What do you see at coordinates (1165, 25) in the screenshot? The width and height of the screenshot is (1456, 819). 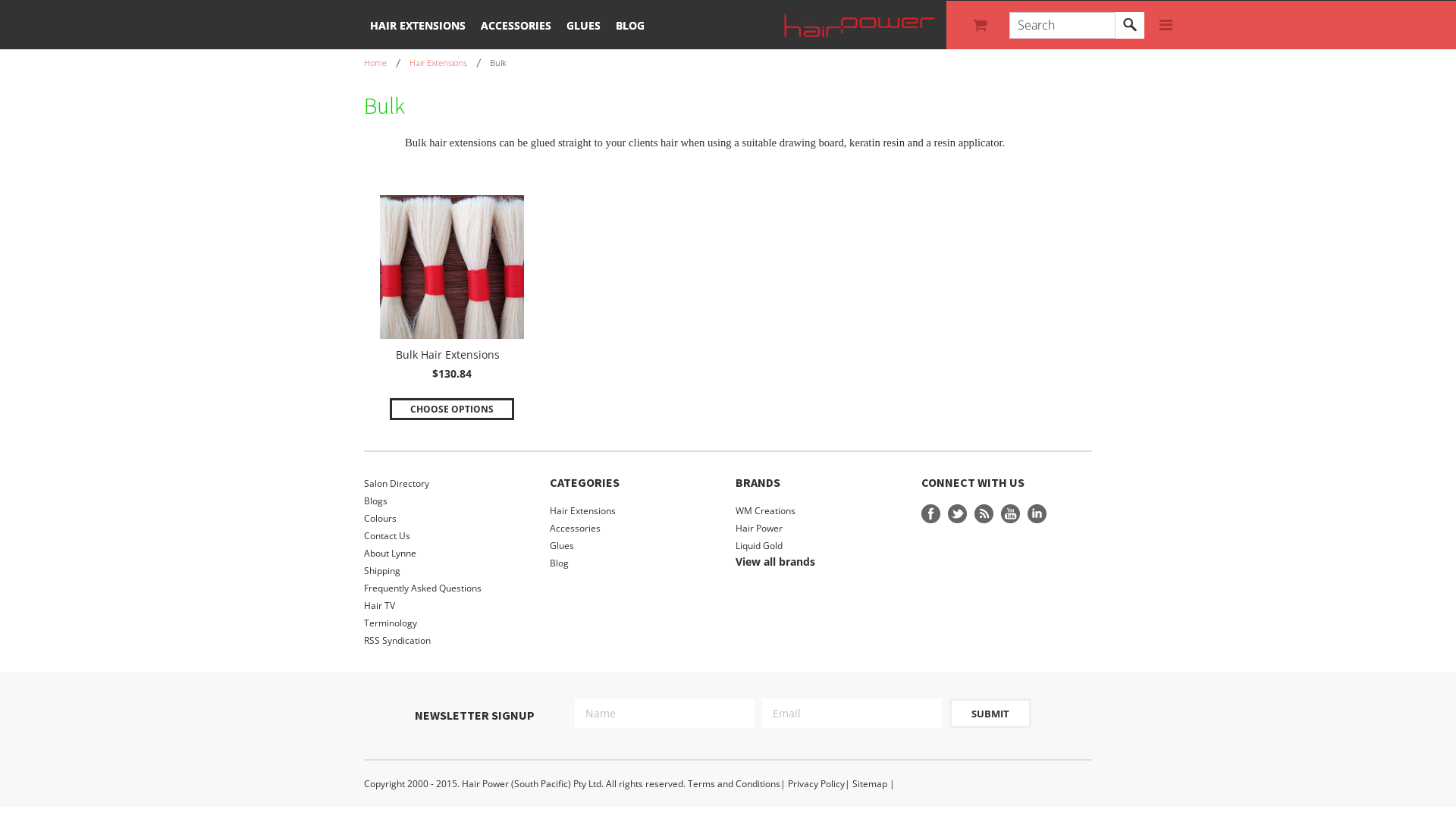 I see `'More'` at bounding box center [1165, 25].